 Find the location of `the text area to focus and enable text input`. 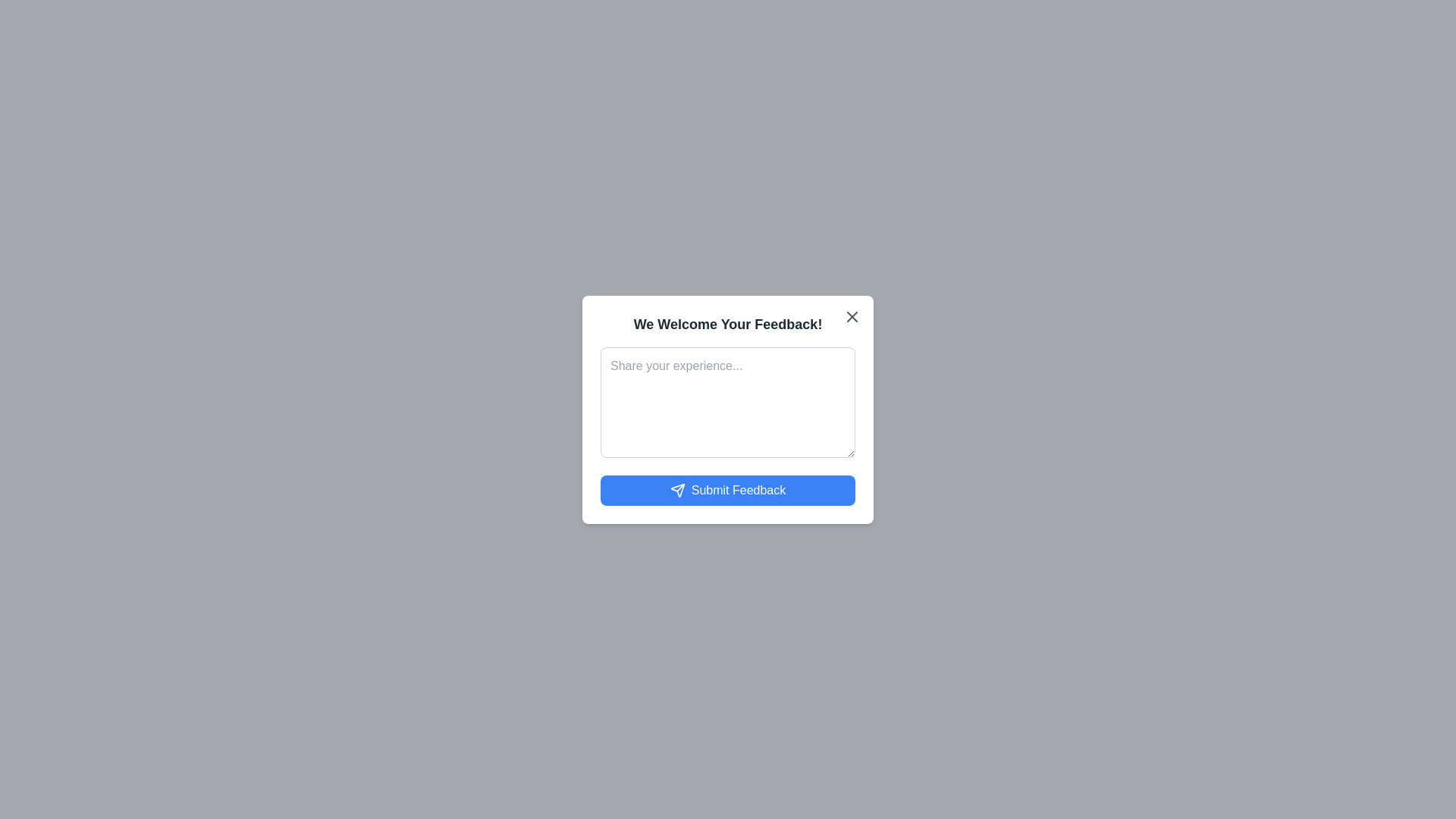

the text area to focus and enable text input is located at coordinates (728, 401).